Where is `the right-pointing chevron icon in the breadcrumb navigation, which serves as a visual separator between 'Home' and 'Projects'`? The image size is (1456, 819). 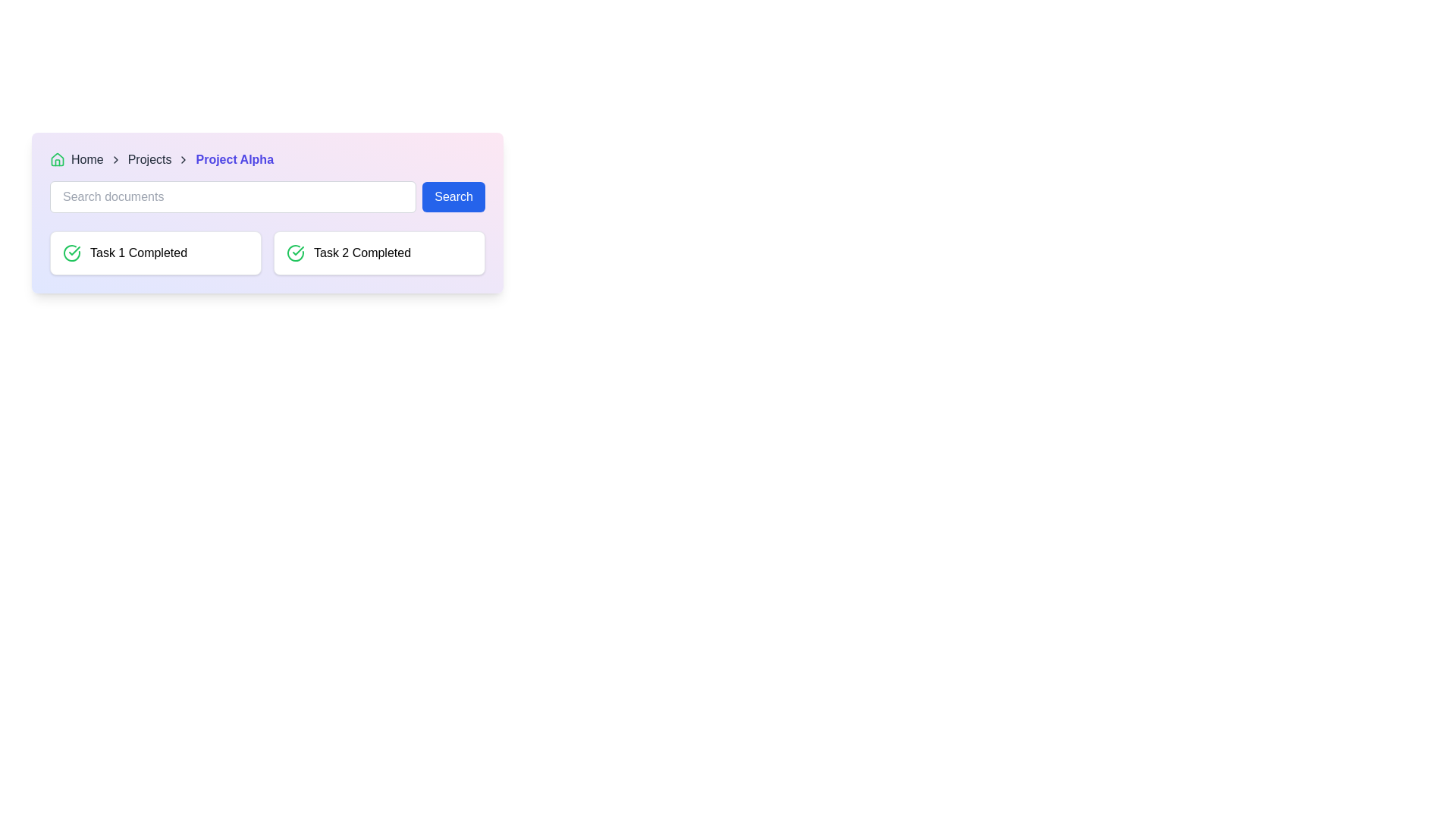 the right-pointing chevron icon in the breadcrumb navigation, which serves as a visual separator between 'Home' and 'Projects' is located at coordinates (115, 160).